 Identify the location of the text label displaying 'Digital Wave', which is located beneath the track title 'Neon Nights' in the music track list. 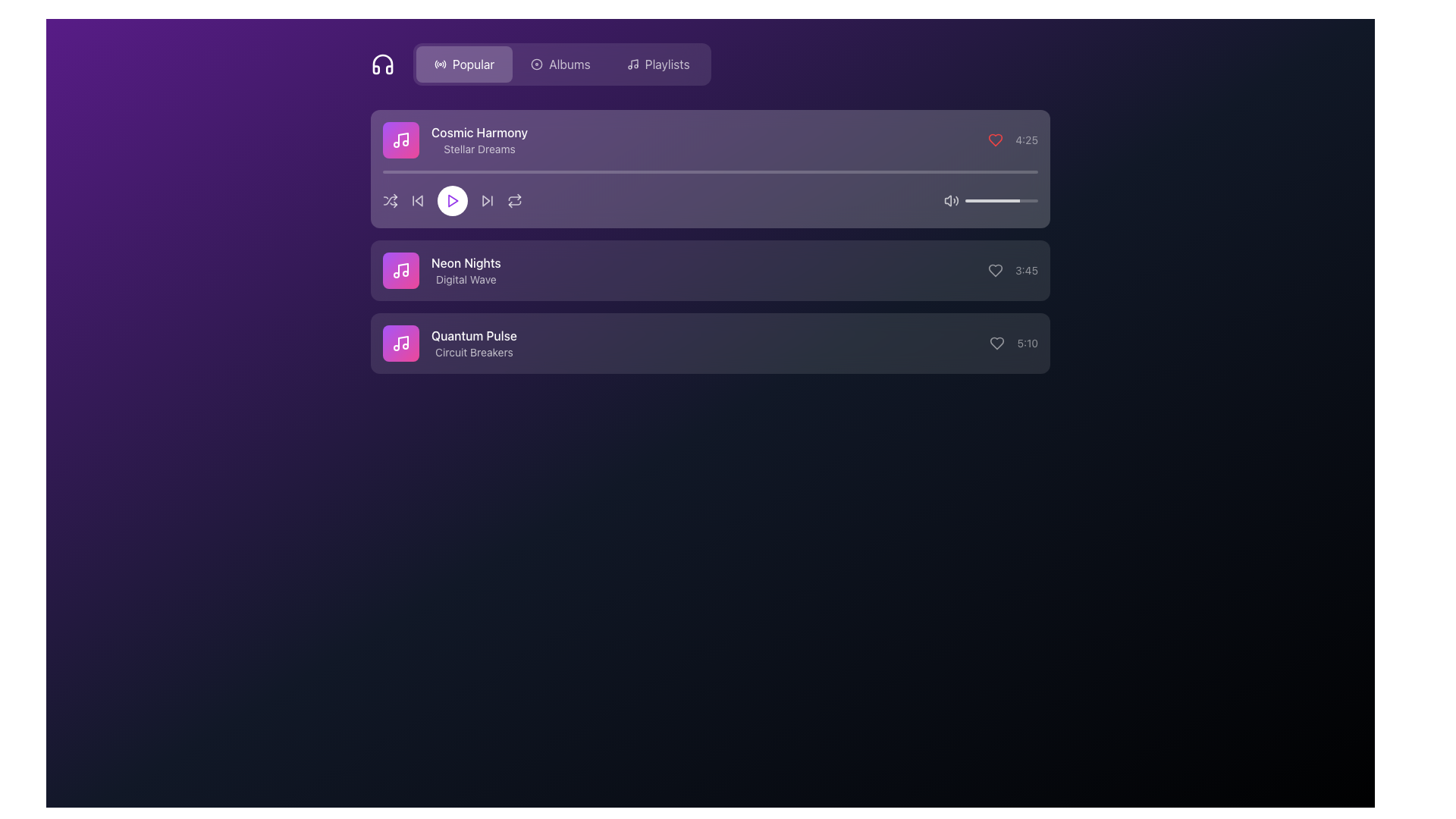
(465, 280).